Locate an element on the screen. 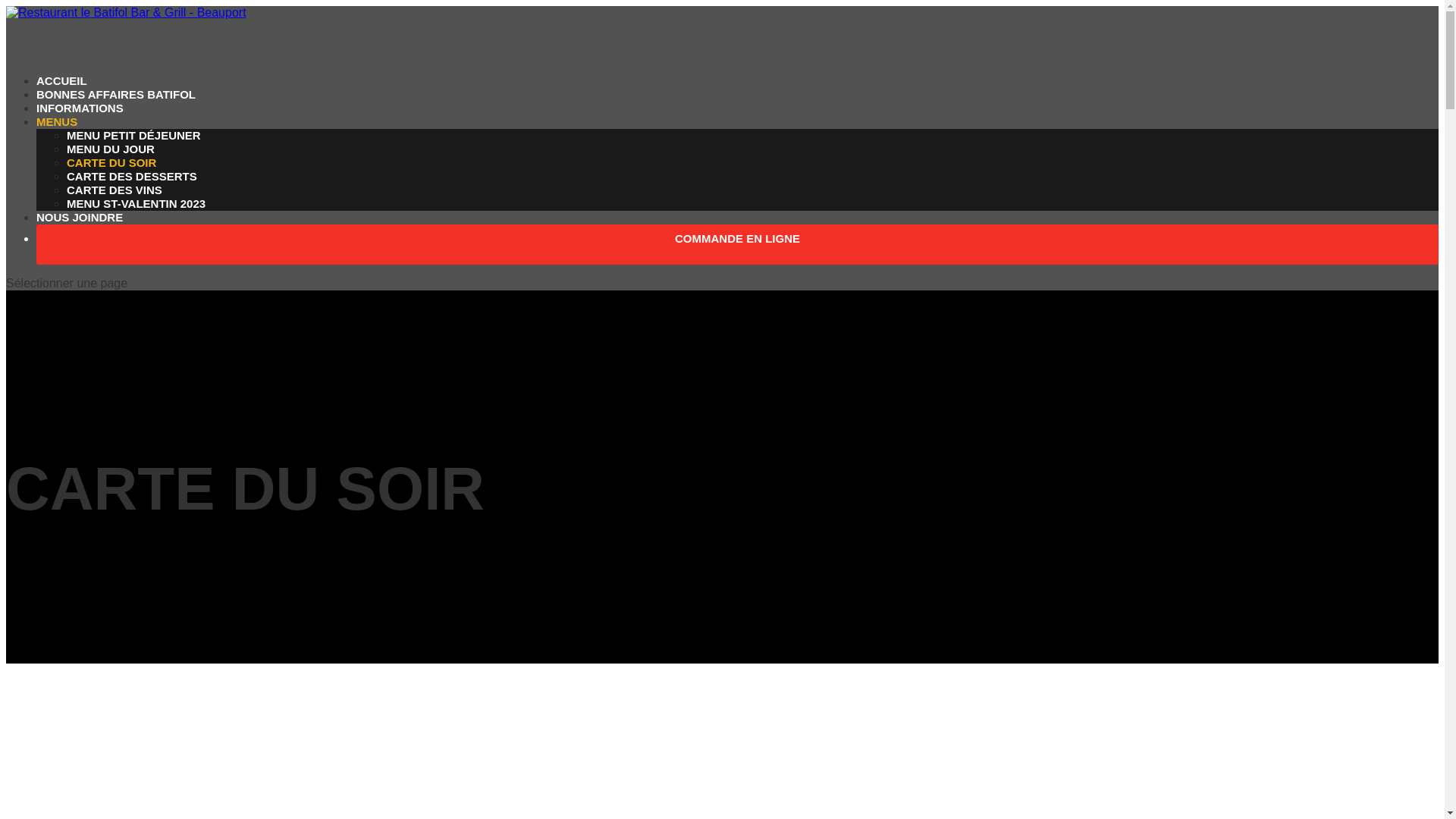  'INFORMATIONS' is located at coordinates (36, 128).